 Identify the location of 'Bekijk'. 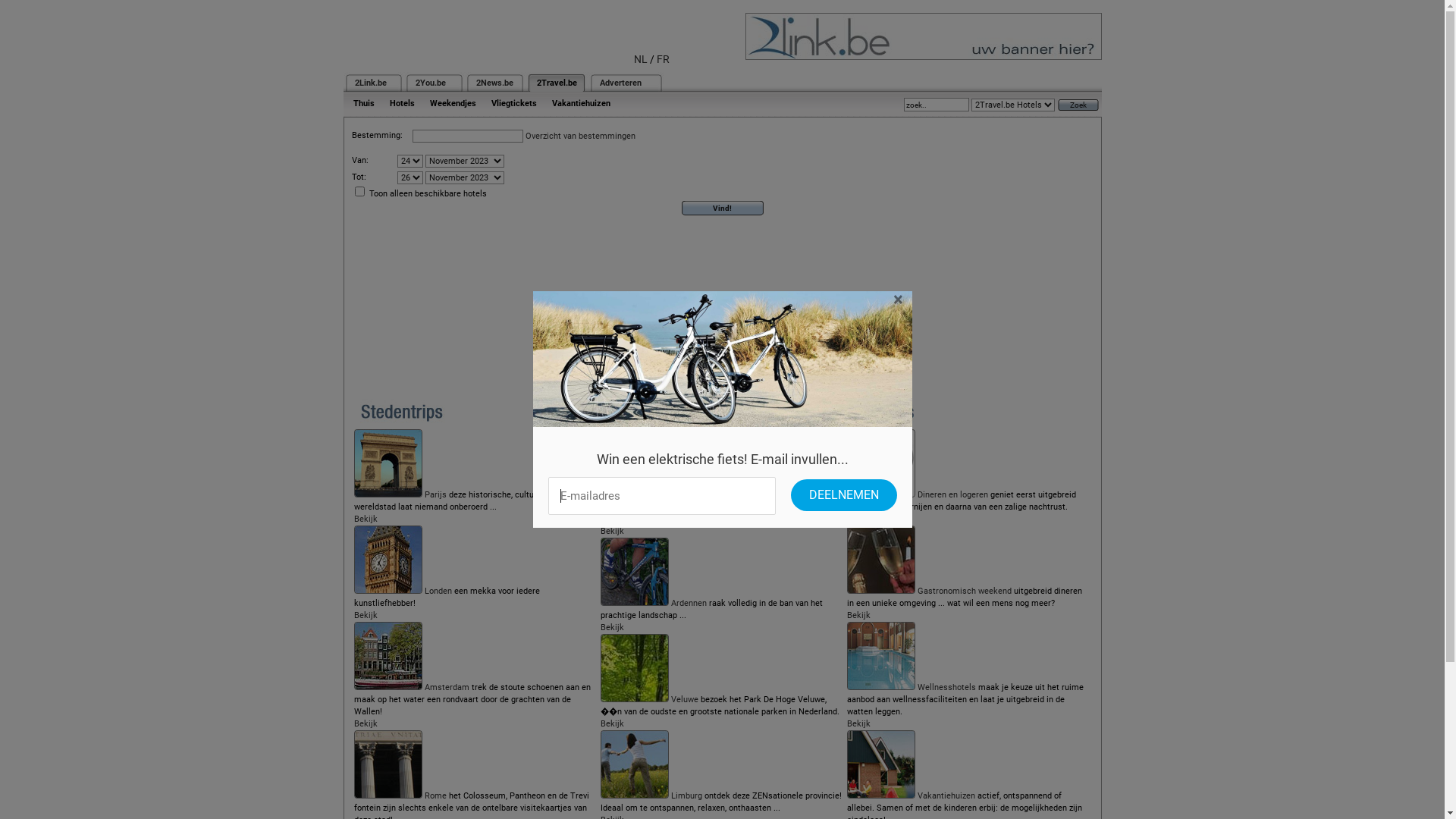
(612, 530).